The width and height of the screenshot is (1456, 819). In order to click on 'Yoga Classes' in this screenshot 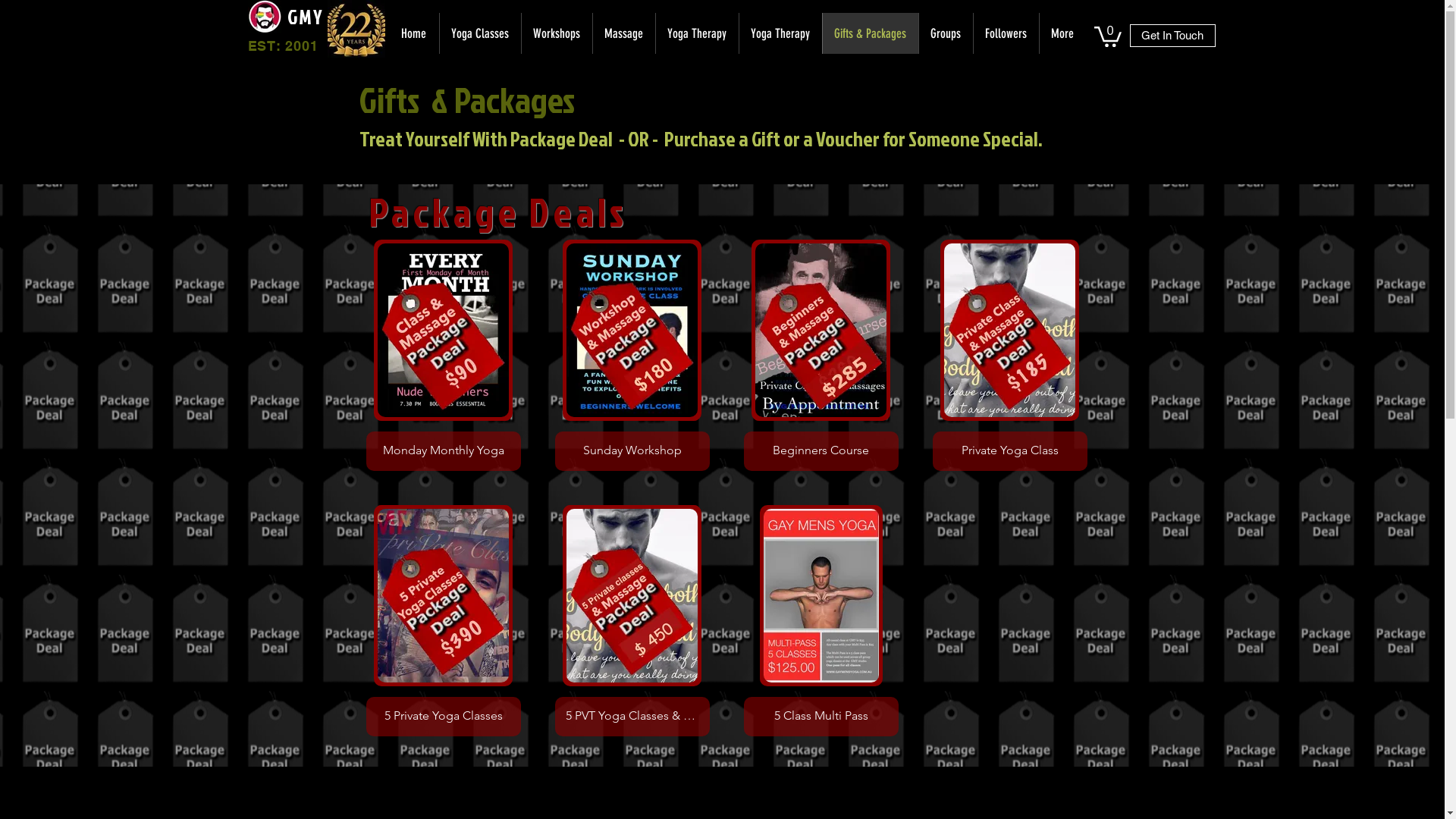, I will do `click(479, 33)`.